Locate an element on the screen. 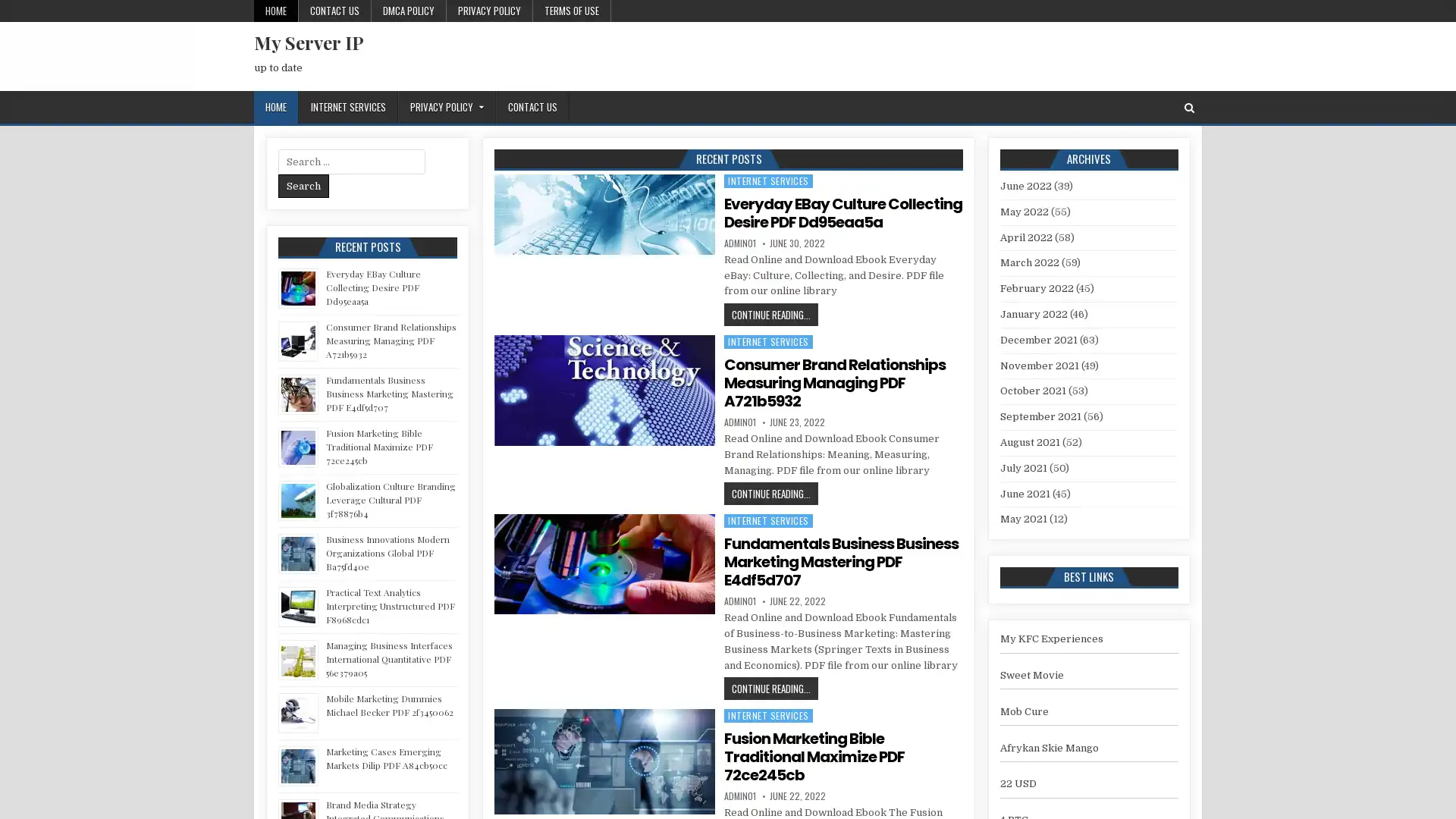 The image size is (1456, 819). Search is located at coordinates (303, 185).